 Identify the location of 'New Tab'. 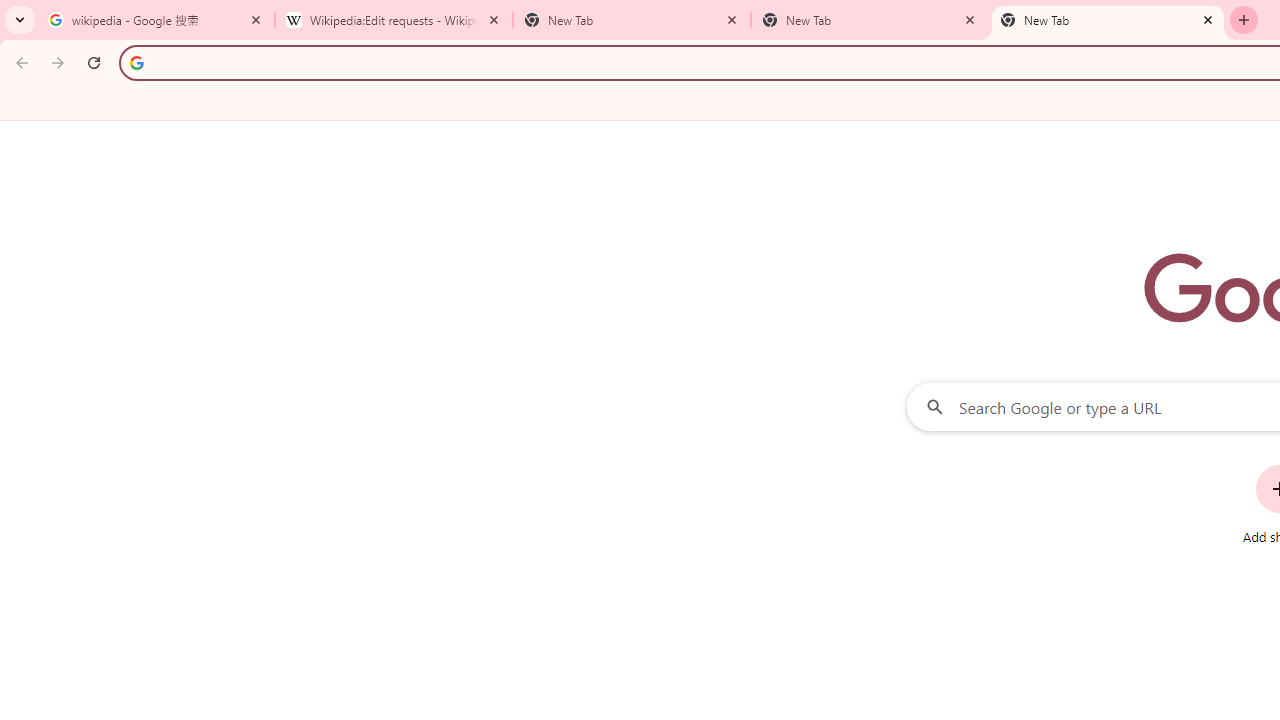
(1107, 20).